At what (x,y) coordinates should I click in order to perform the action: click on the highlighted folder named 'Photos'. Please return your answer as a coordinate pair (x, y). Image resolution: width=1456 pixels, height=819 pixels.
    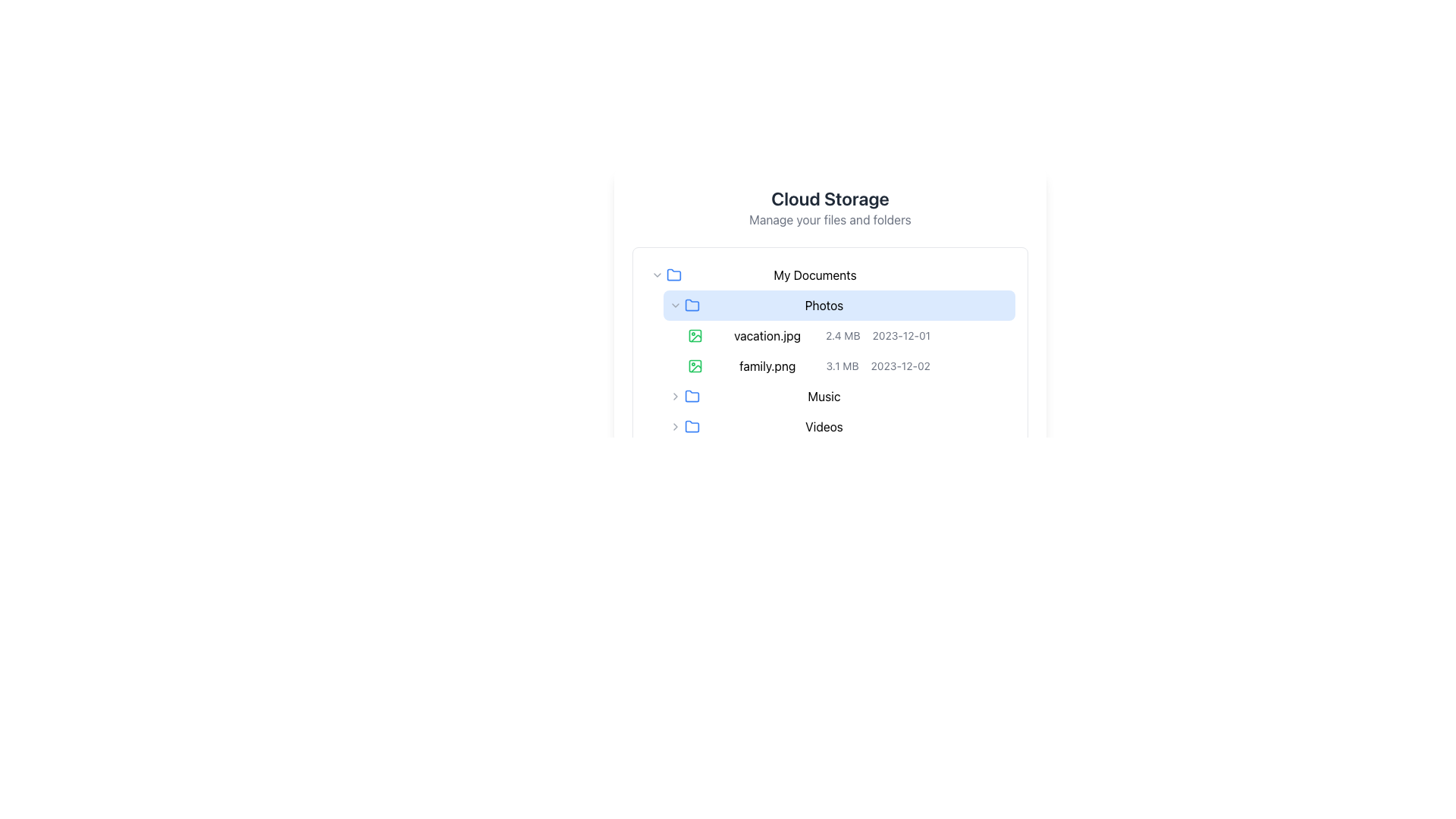
    Looking at the image, I should click on (829, 320).